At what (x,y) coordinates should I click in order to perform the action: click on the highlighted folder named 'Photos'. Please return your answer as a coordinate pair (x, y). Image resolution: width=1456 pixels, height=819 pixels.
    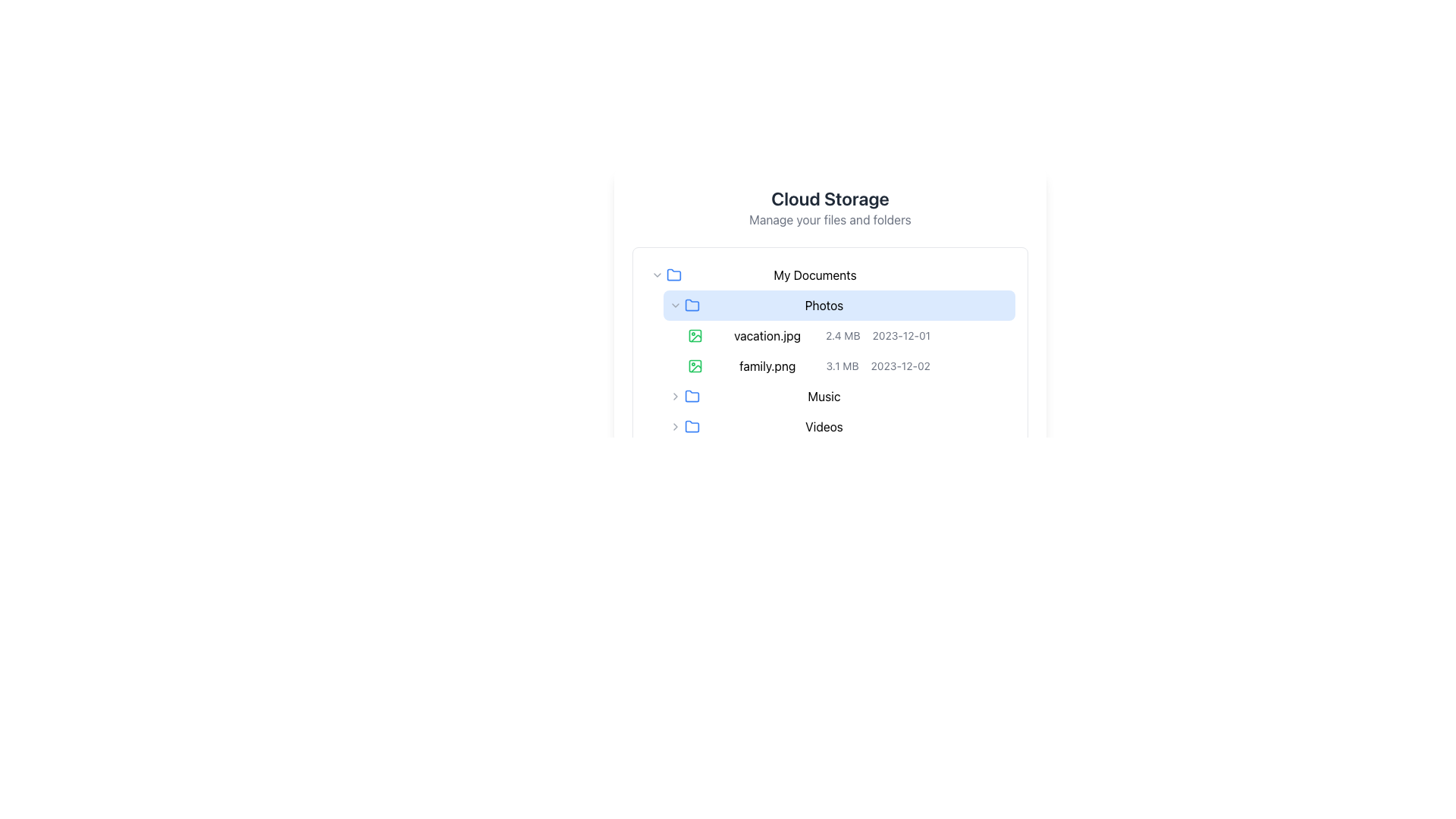
    Looking at the image, I should click on (829, 320).